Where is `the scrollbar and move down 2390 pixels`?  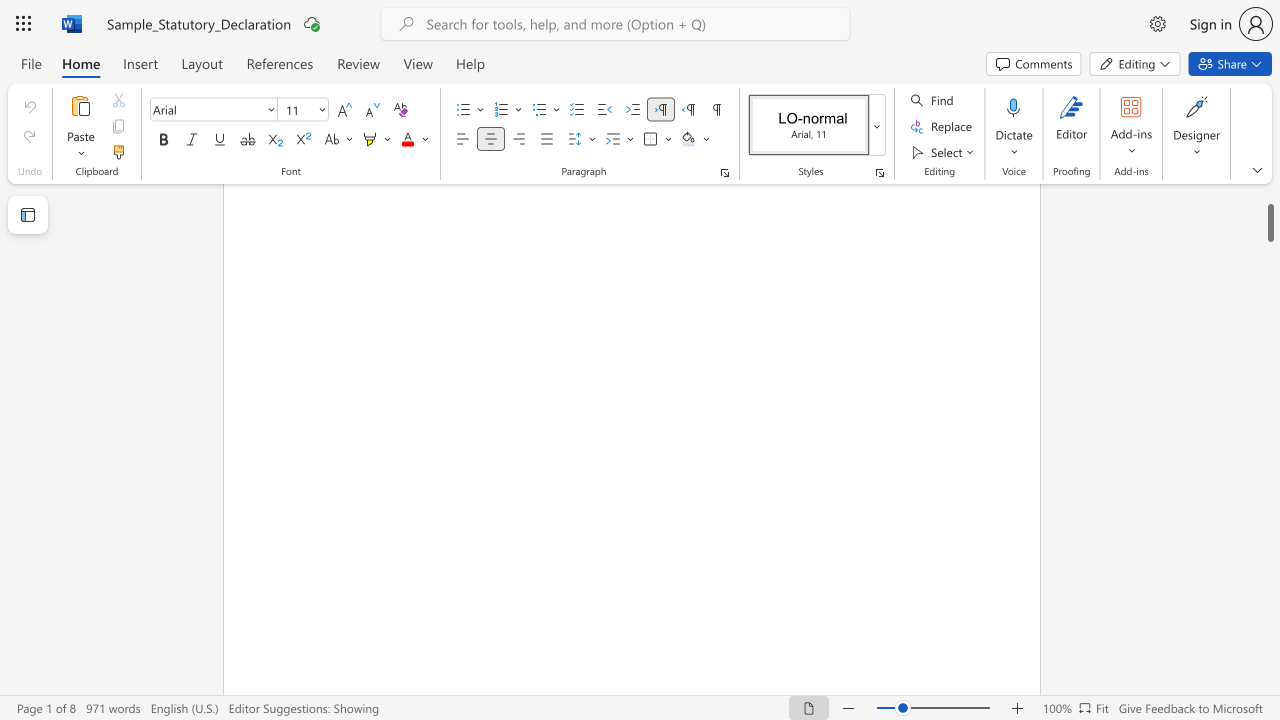
the scrollbar and move down 2390 pixels is located at coordinates (1269, 214).